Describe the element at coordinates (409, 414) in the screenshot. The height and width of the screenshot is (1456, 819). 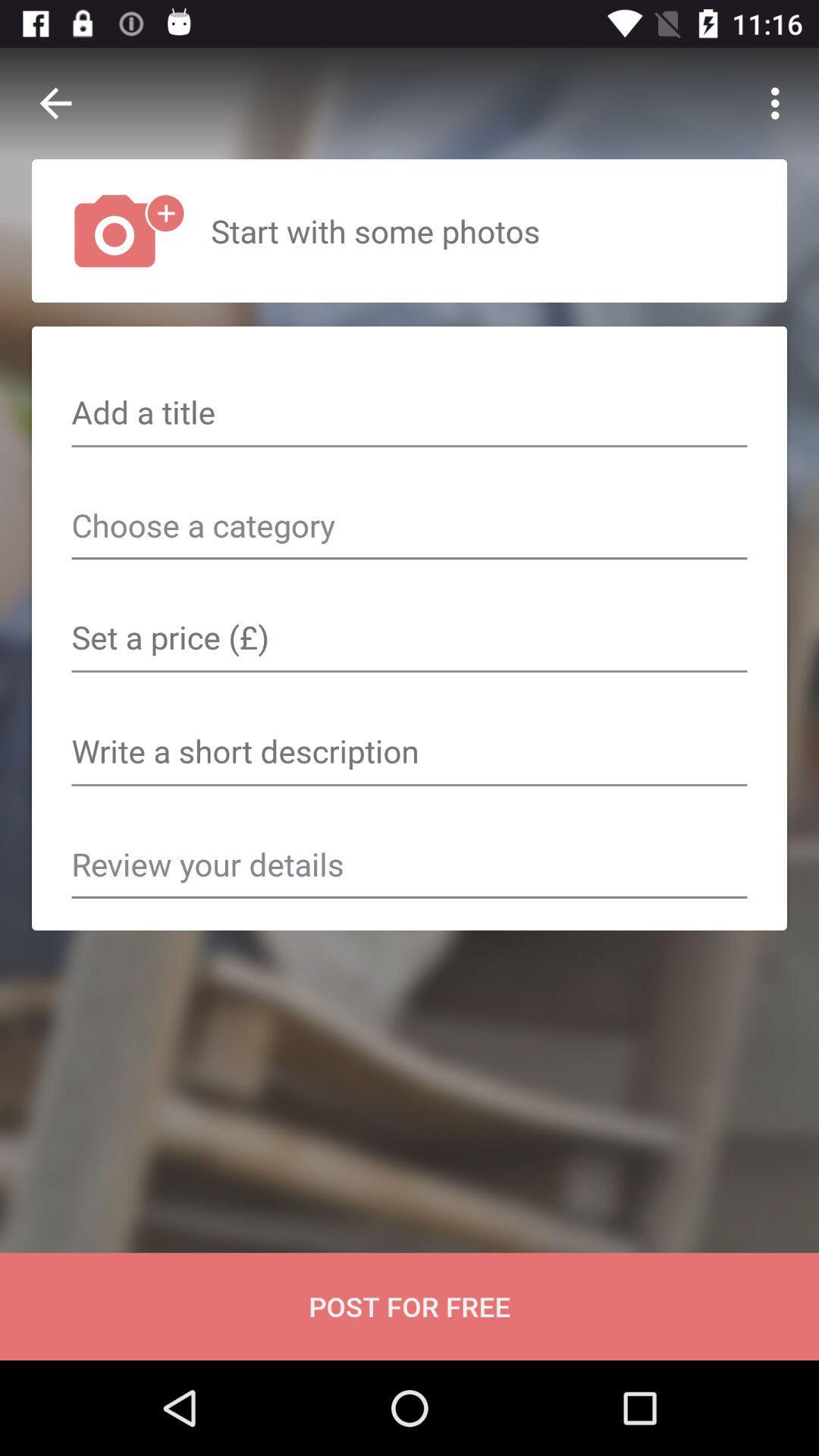
I see `a title` at that location.